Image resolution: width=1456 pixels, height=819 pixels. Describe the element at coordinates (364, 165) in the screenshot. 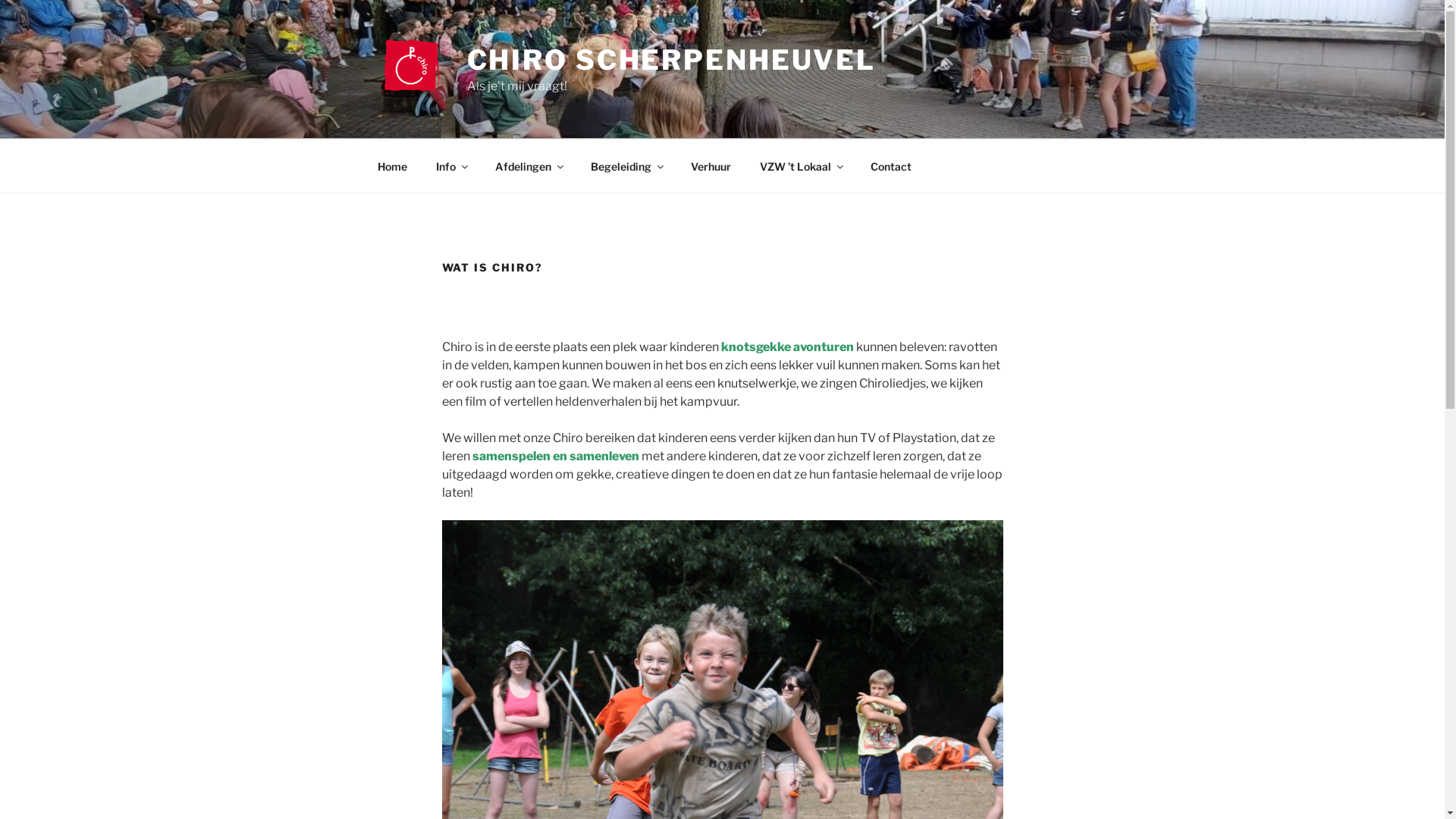

I see `'Home'` at that location.